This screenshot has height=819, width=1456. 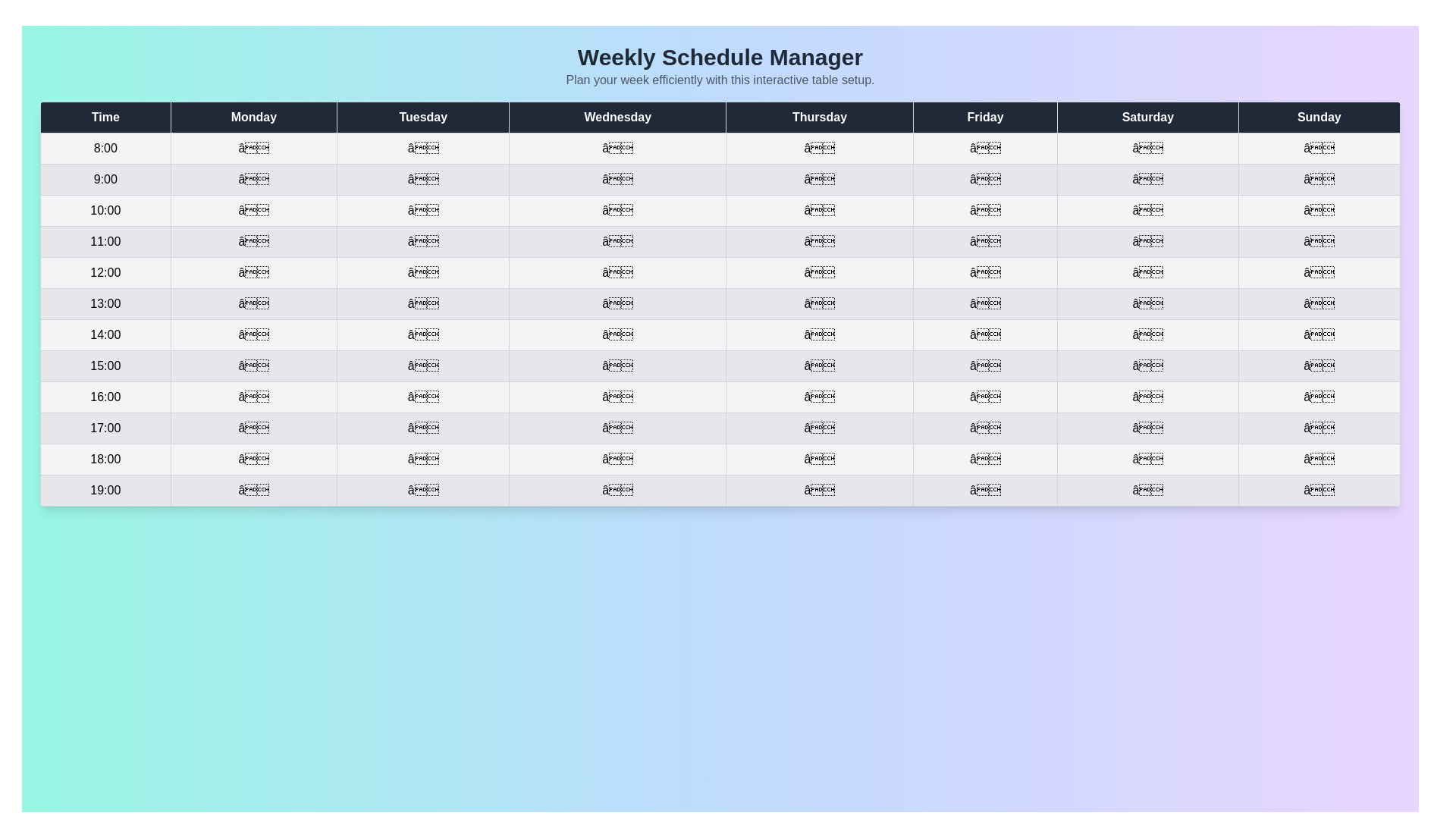 I want to click on the header cell labeled Saturday to sort by that column, so click(x=1147, y=116).